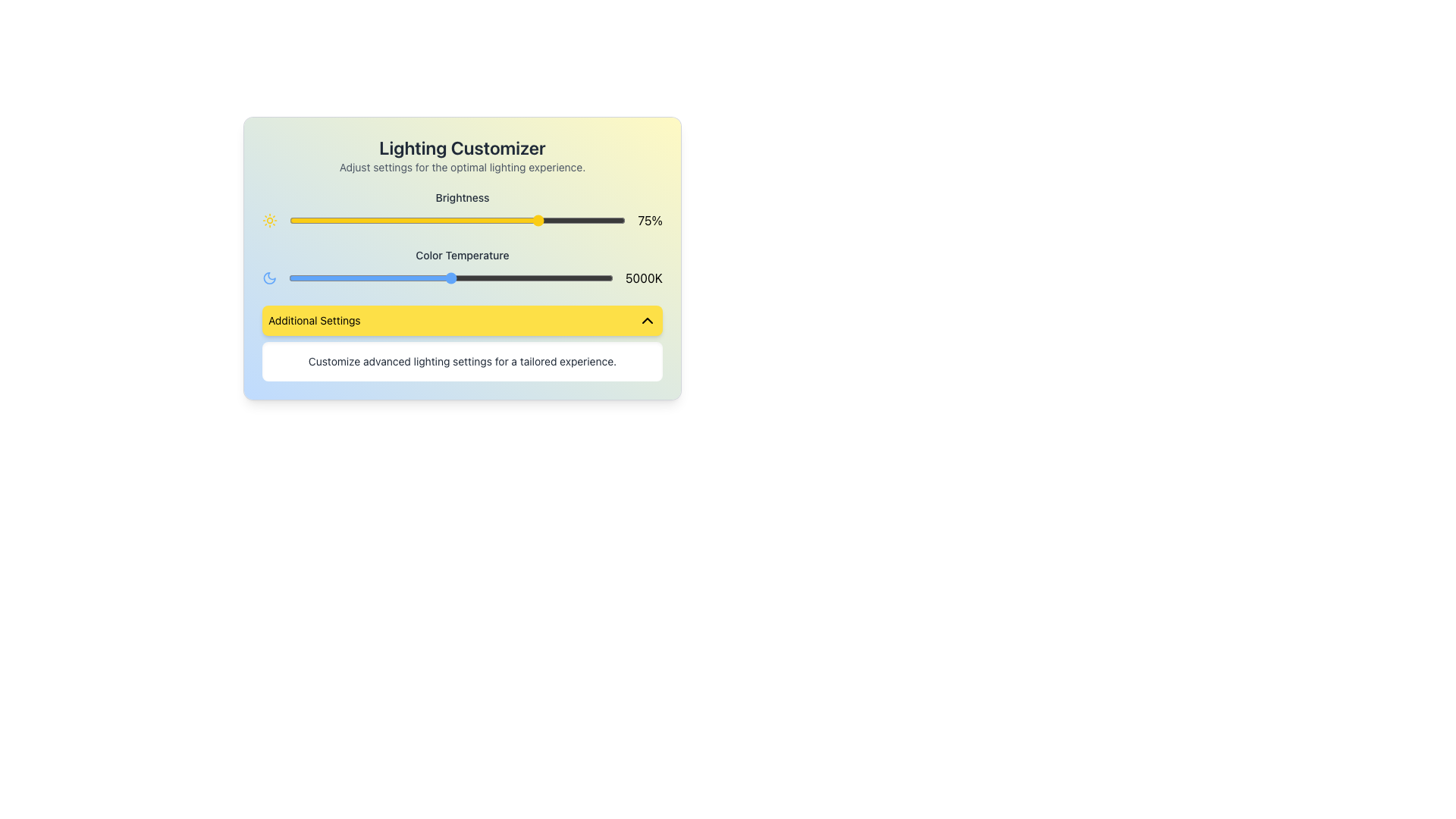  What do you see at coordinates (554, 278) in the screenshot?
I see `the color temperature` at bounding box center [554, 278].